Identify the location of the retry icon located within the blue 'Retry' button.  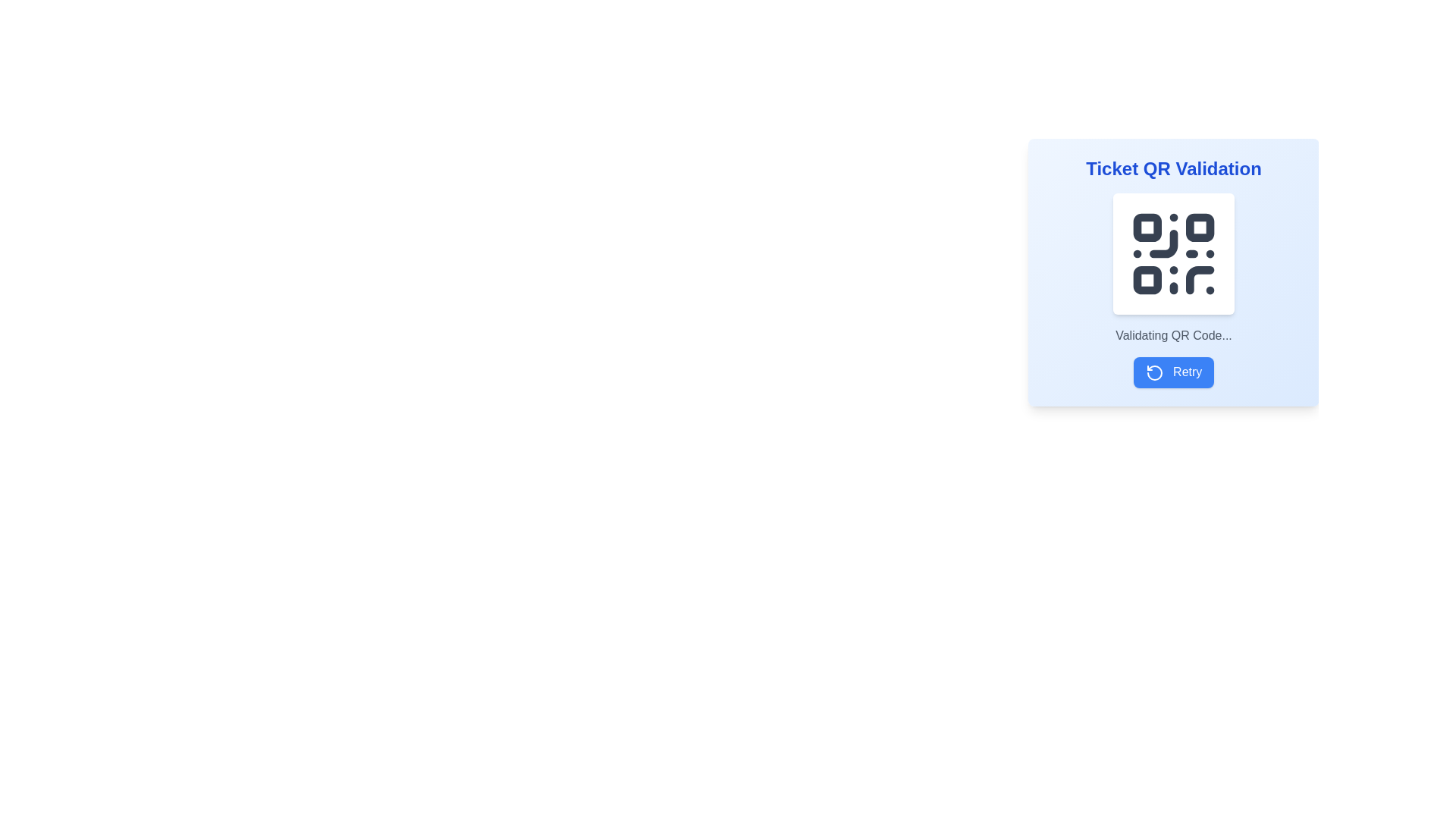
(1153, 372).